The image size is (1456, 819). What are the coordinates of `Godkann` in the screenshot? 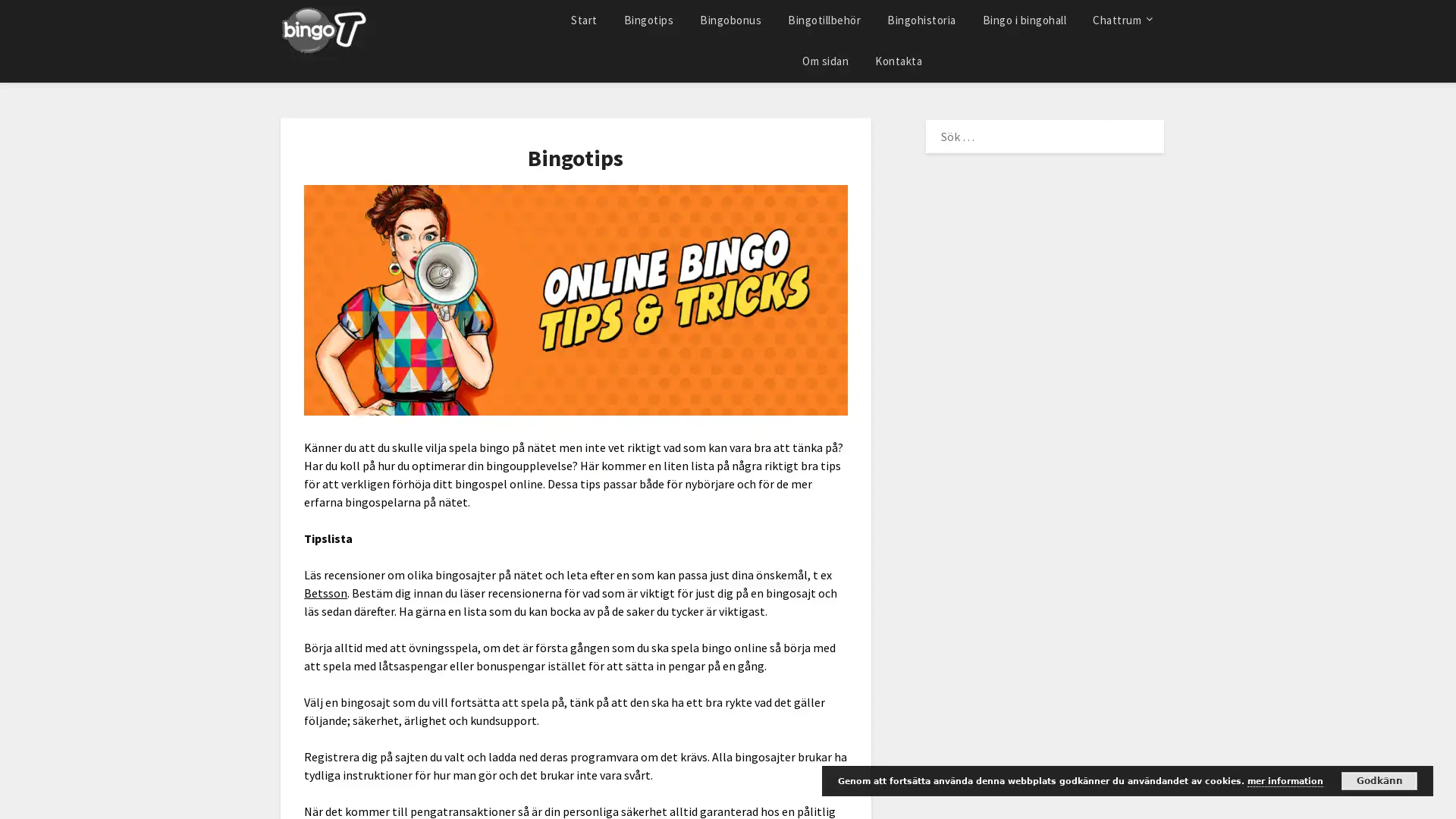 It's located at (1379, 780).